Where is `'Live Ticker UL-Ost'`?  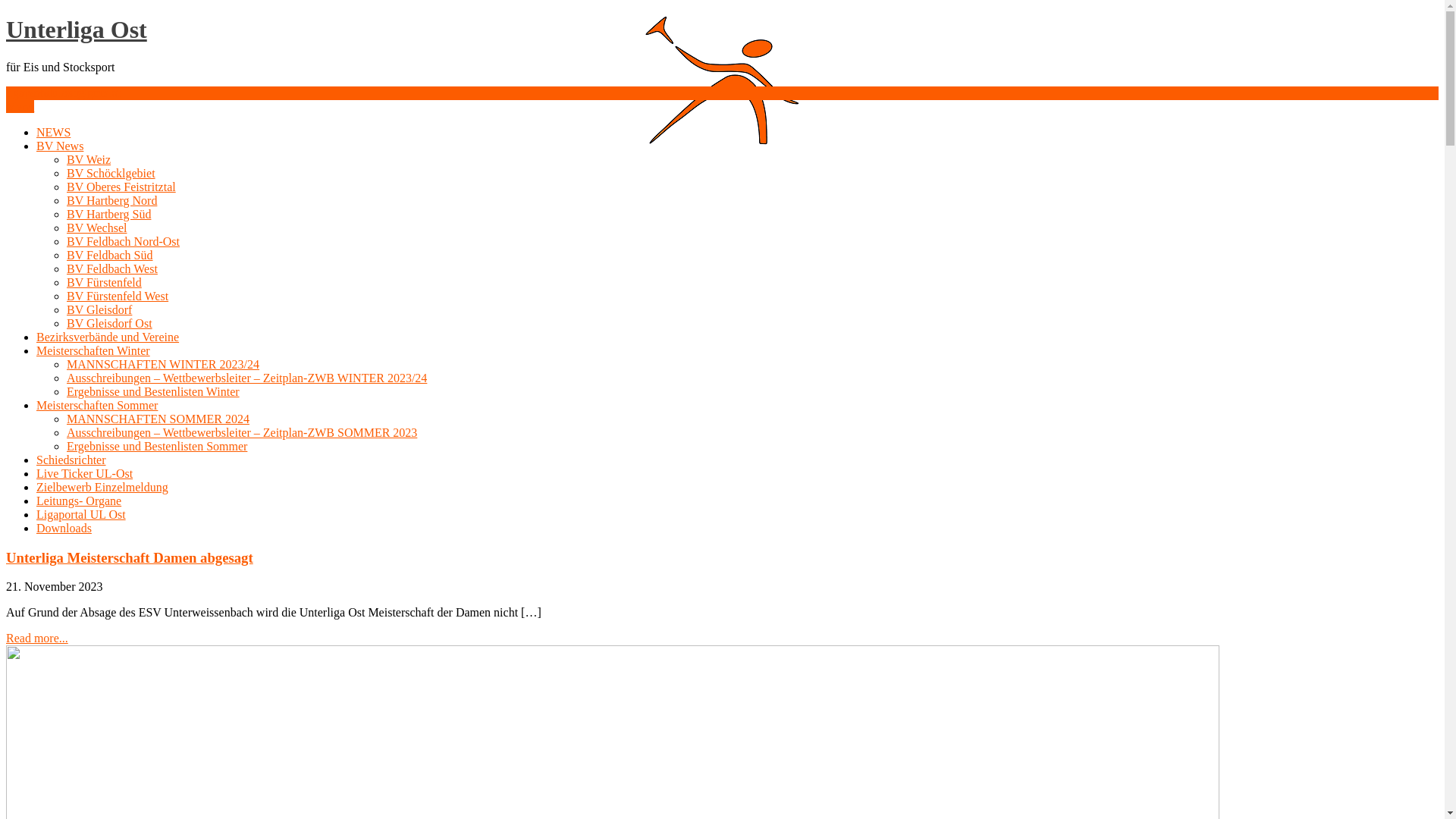
'Live Ticker UL-Ost' is located at coordinates (83, 472).